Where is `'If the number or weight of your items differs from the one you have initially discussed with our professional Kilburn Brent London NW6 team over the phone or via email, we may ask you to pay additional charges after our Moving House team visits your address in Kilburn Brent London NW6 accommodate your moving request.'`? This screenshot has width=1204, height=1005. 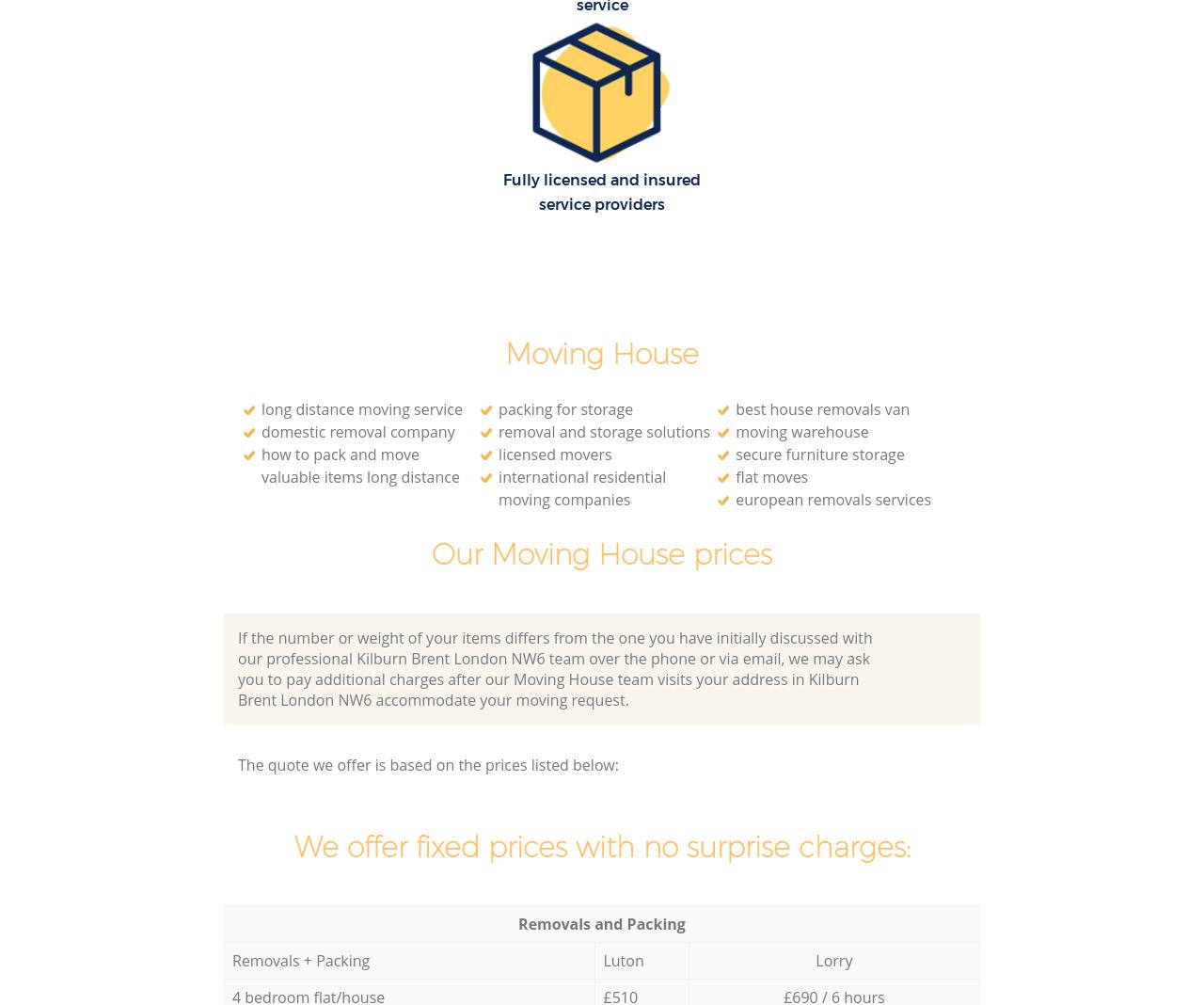
'If the number or weight of your items differs from the one you have initially discussed with our professional Kilburn Brent London NW6 team over the phone or via email, we may ask you to pay additional charges after our Moving House team visits your address in Kilburn Brent London NW6 accommodate your moving request.' is located at coordinates (553, 668).